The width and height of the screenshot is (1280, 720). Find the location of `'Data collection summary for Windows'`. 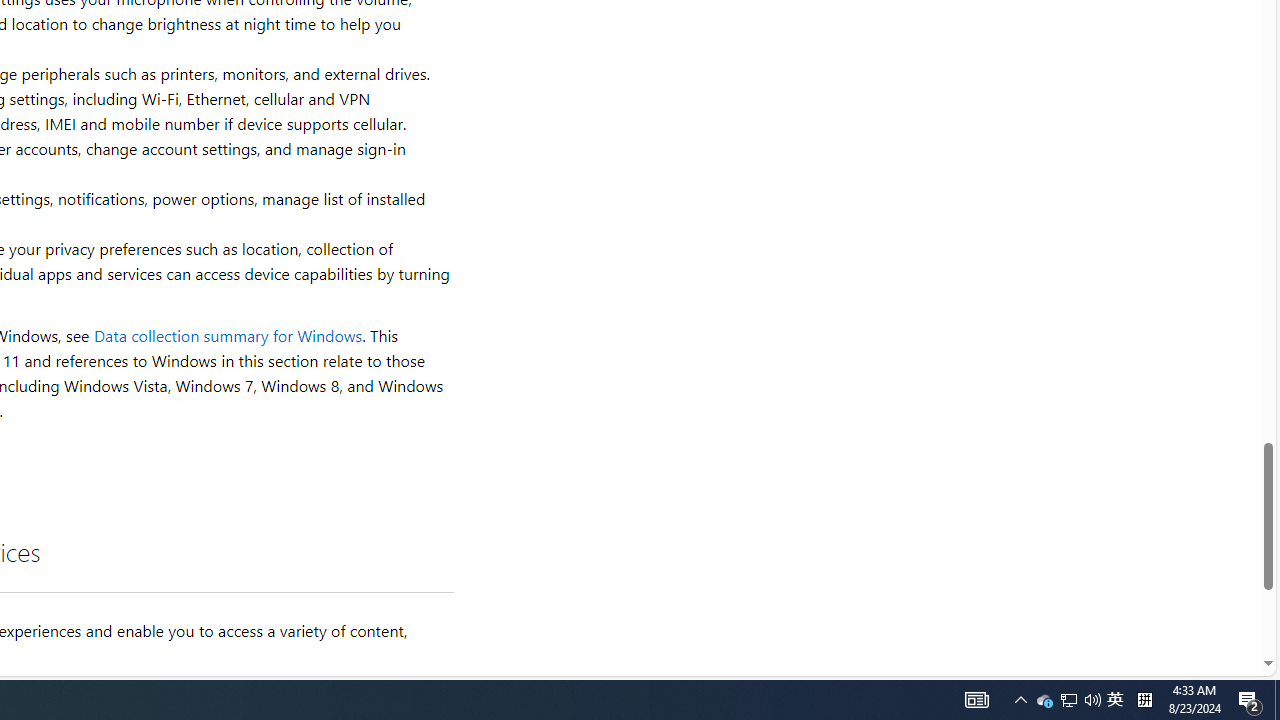

'Data collection summary for Windows' is located at coordinates (228, 334).